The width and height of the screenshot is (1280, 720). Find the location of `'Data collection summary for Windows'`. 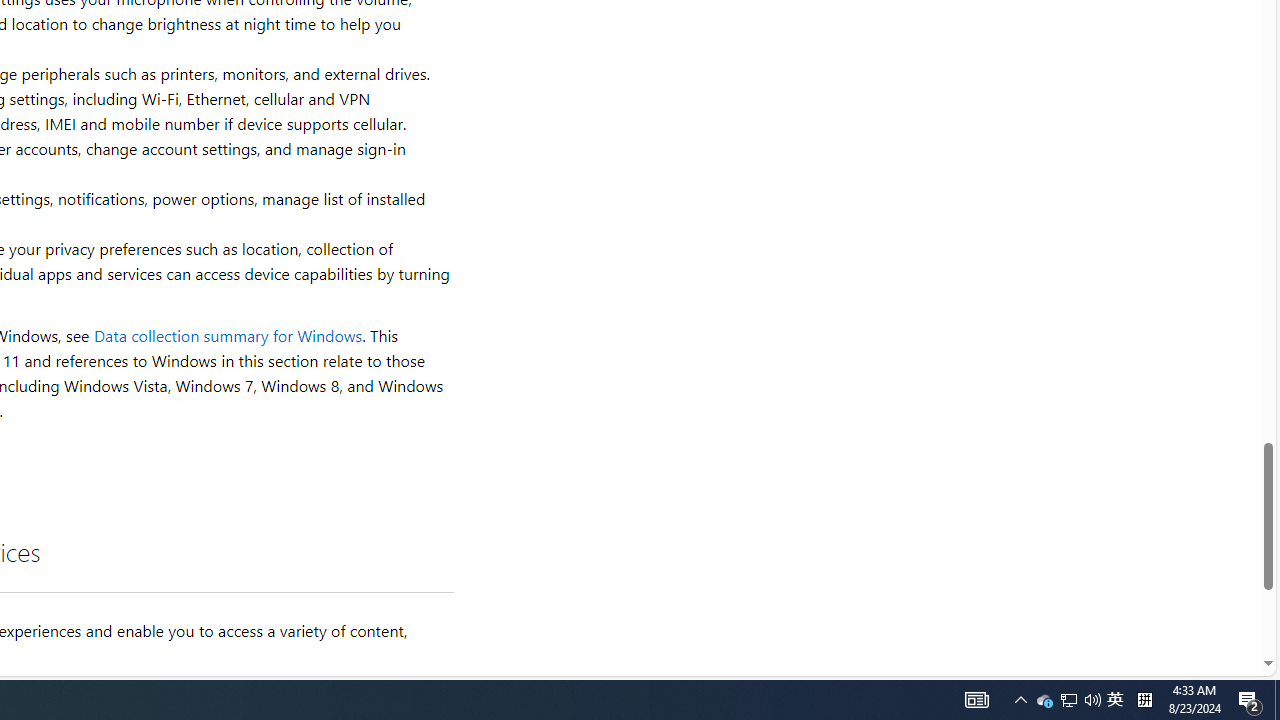

'Data collection summary for Windows' is located at coordinates (228, 334).